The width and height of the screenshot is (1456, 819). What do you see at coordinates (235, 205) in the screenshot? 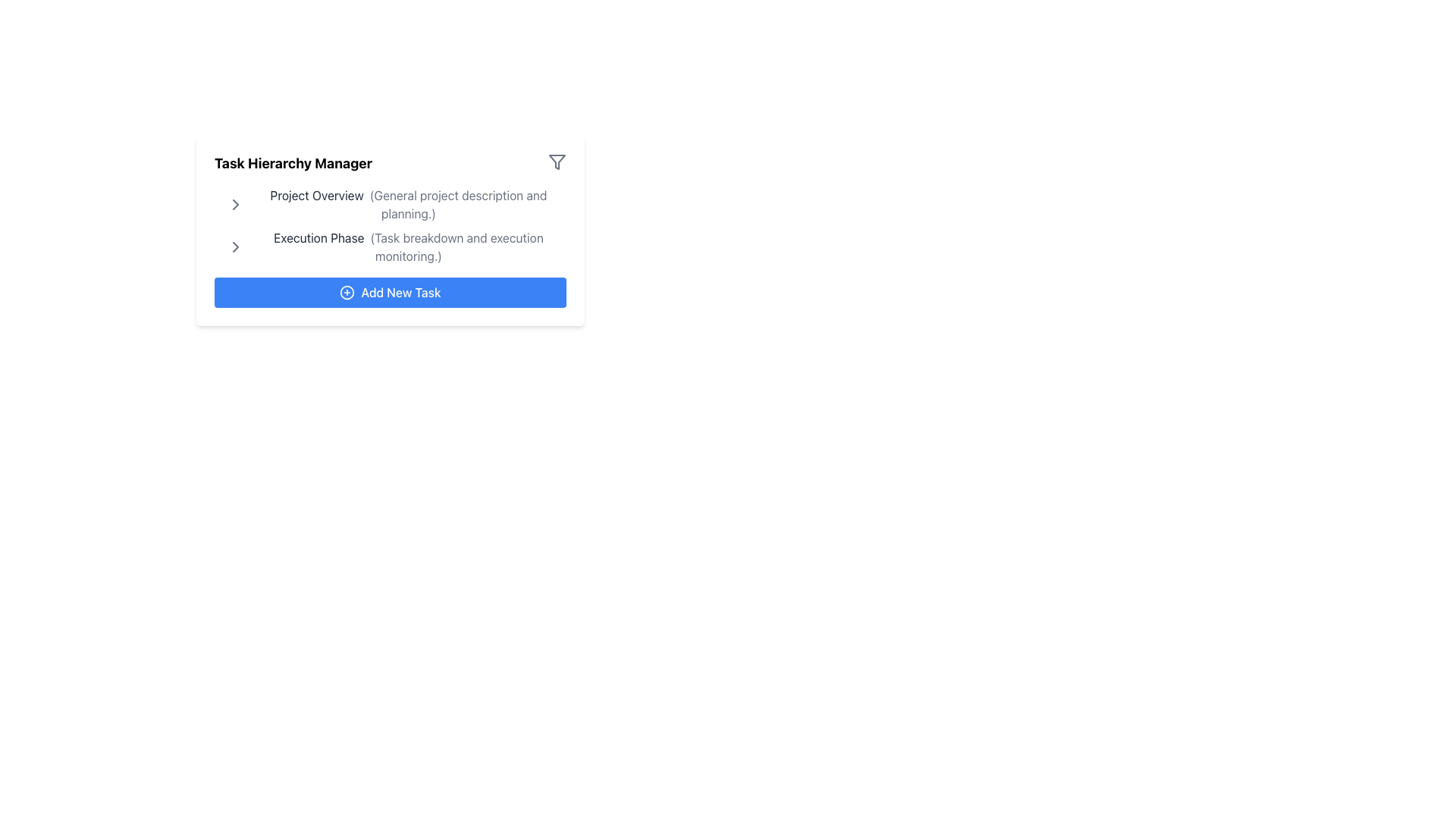
I see `the right-pointing gray chevron icon located before the text 'Project Overview'` at bounding box center [235, 205].